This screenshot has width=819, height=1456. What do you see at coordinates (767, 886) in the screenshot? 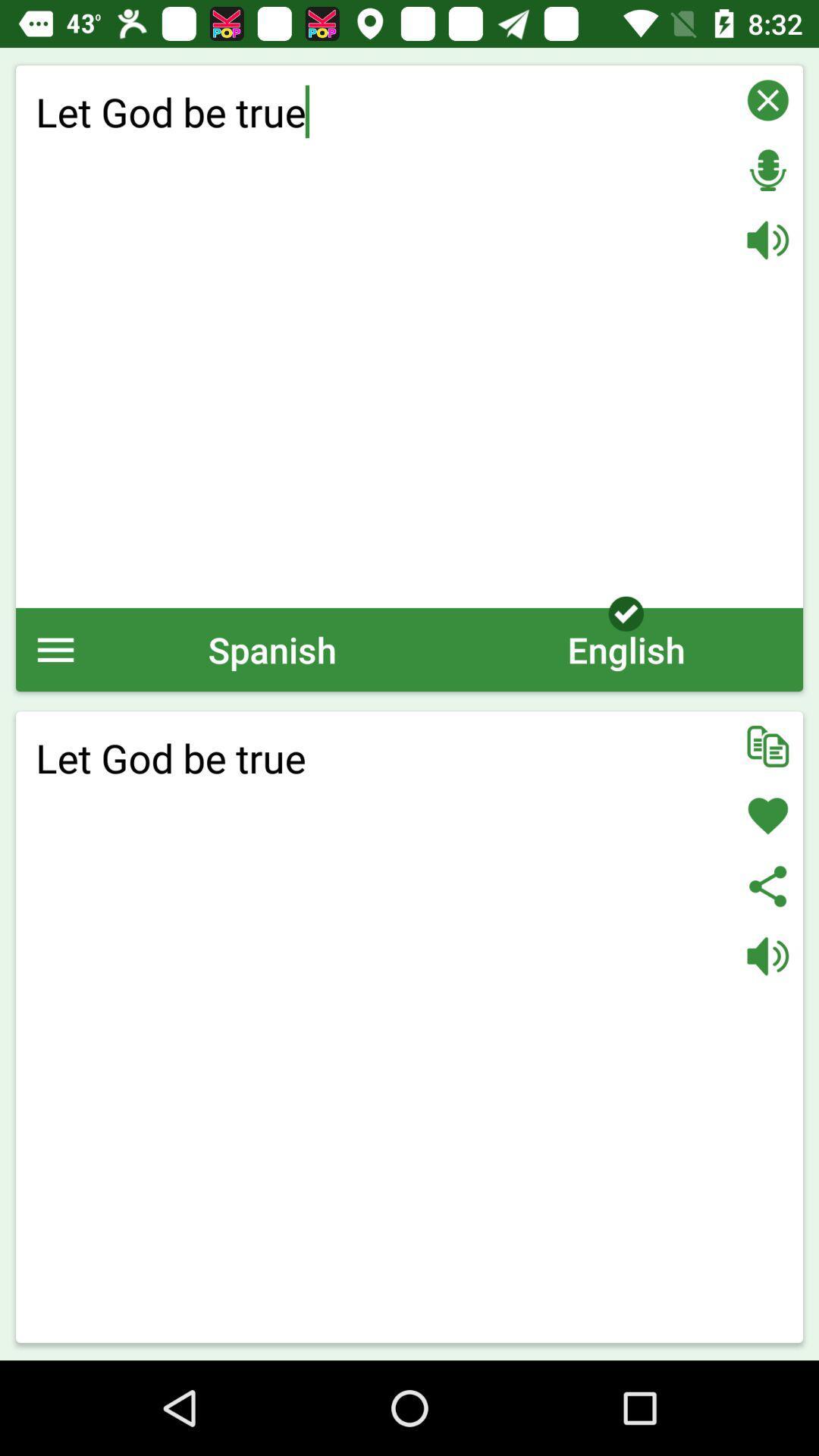
I see `share the translation` at bounding box center [767, 886].